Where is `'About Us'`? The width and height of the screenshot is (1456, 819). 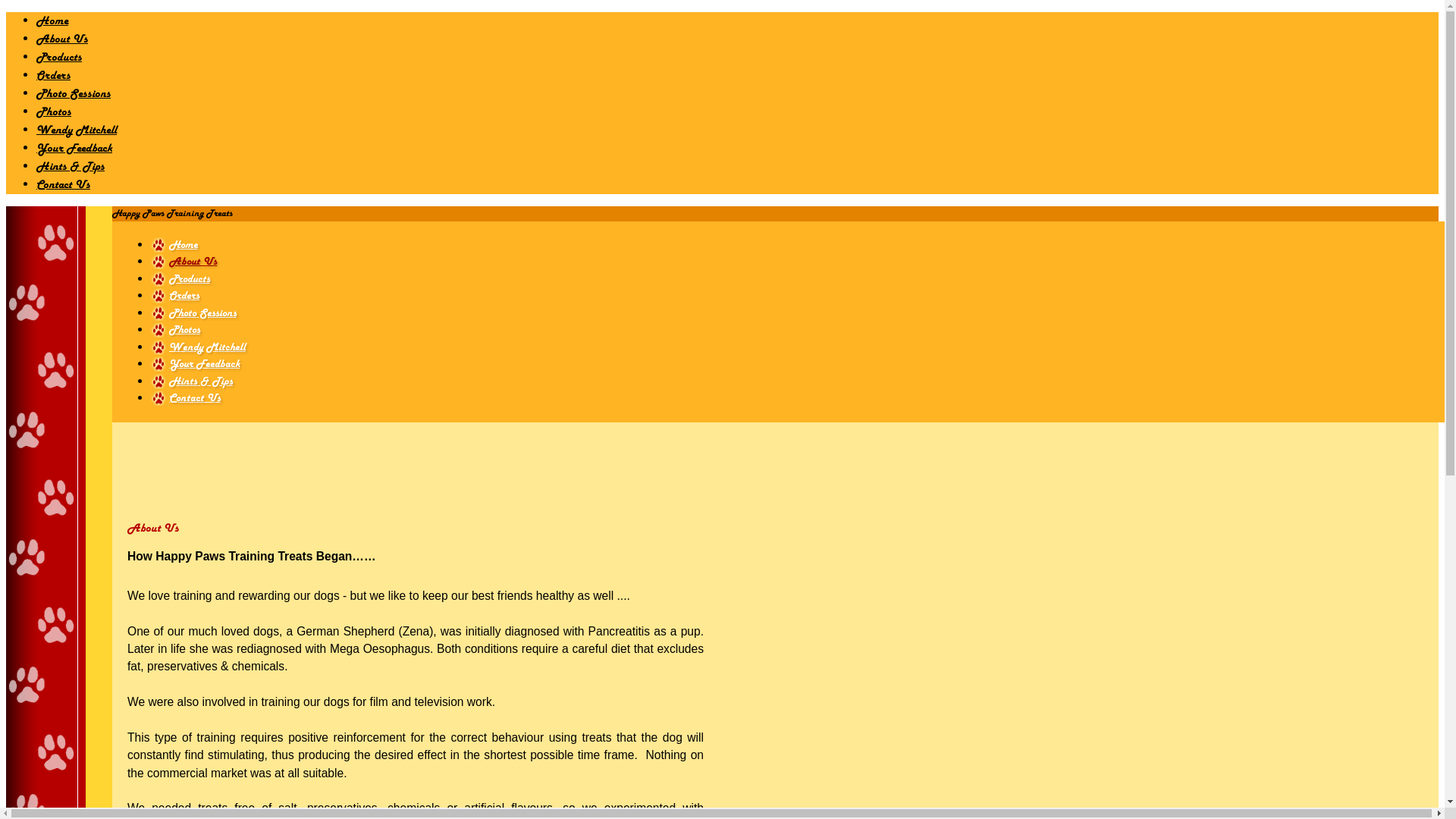 'About Us' is located at coordinates (61, 38).